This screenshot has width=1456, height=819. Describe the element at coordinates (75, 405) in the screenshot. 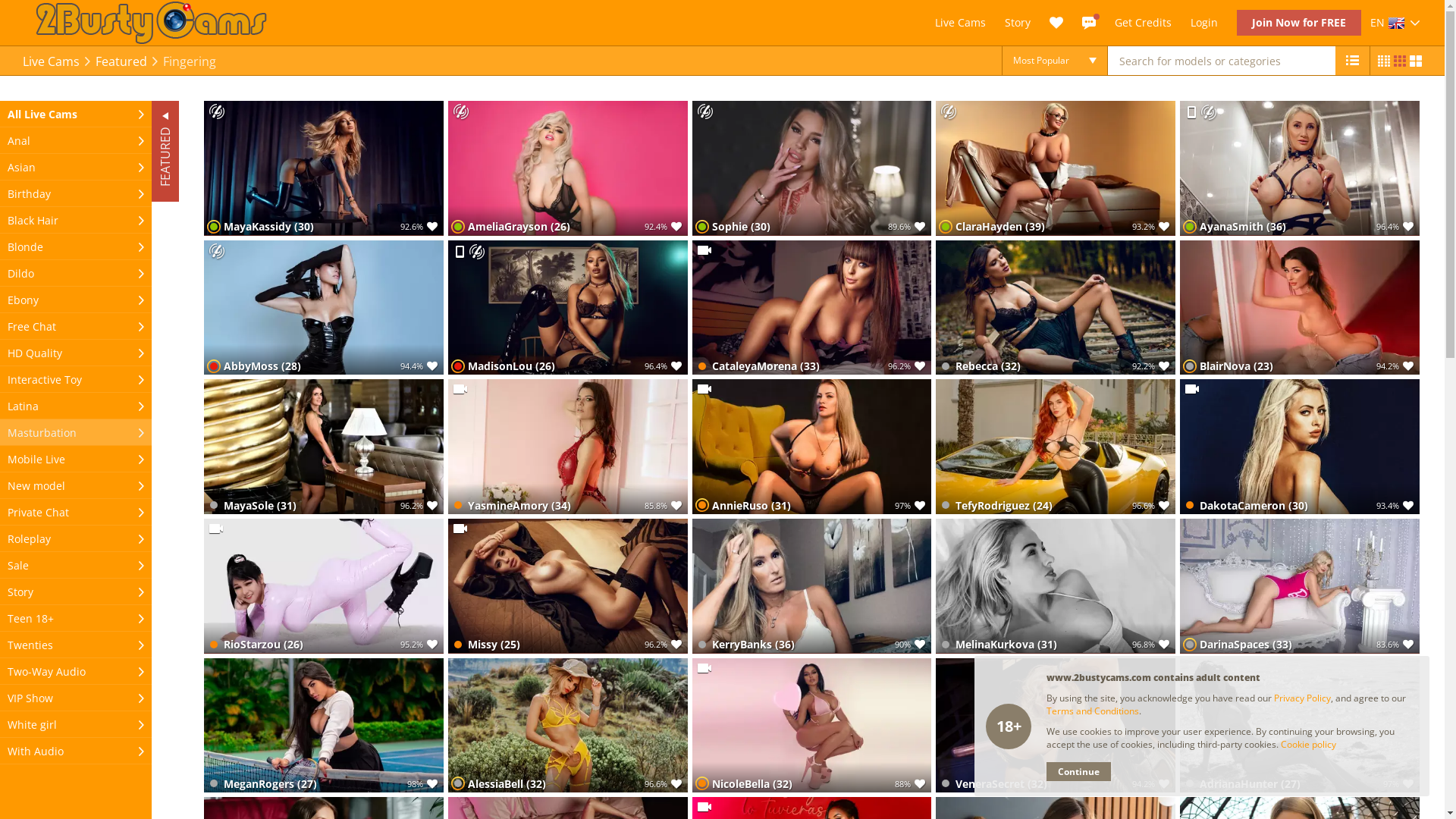

I see `'Latina'` at that location.